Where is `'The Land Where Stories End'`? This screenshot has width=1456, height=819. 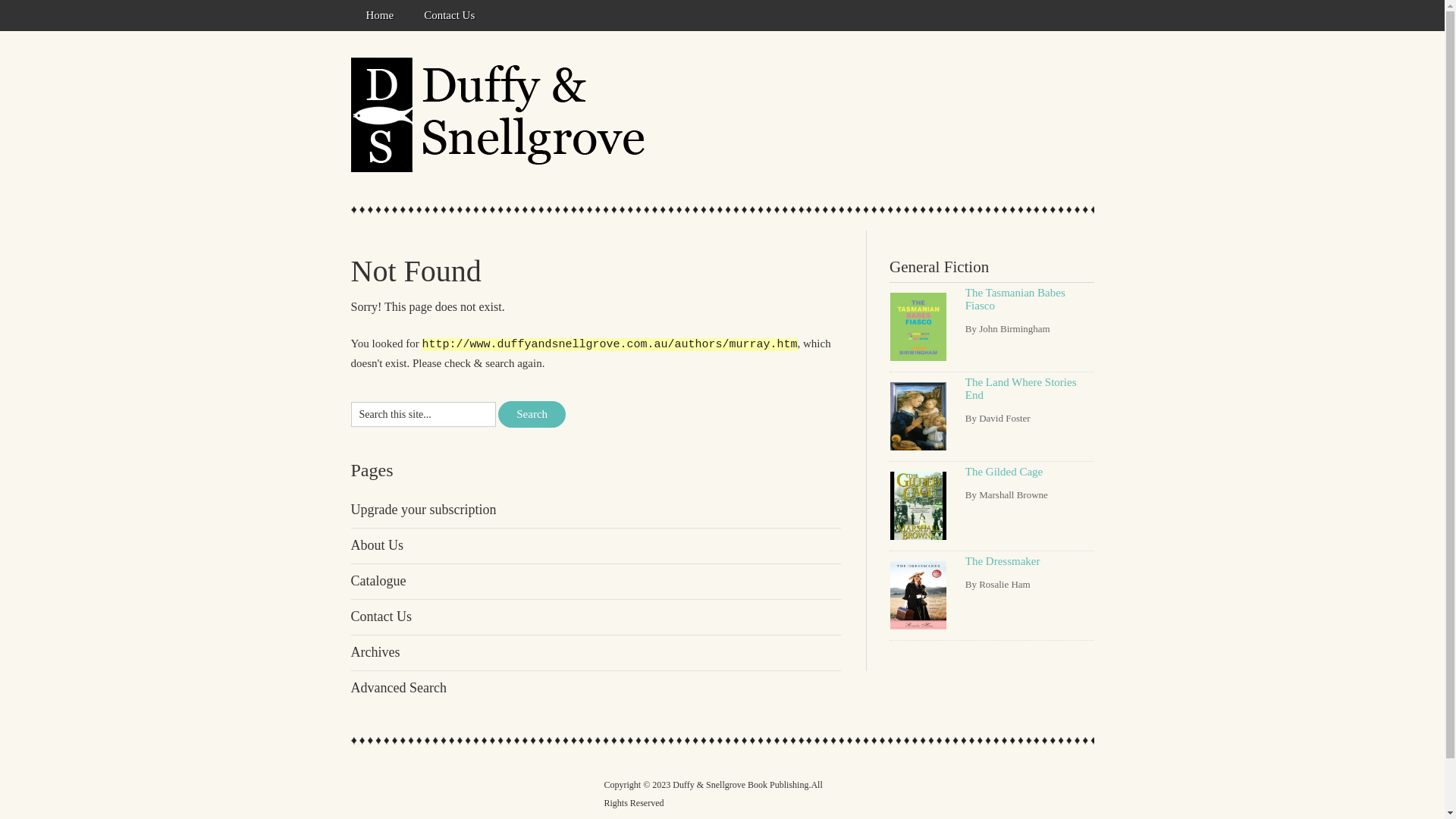 'The Land Where Stories End' is located at coordinates (1021, 388).